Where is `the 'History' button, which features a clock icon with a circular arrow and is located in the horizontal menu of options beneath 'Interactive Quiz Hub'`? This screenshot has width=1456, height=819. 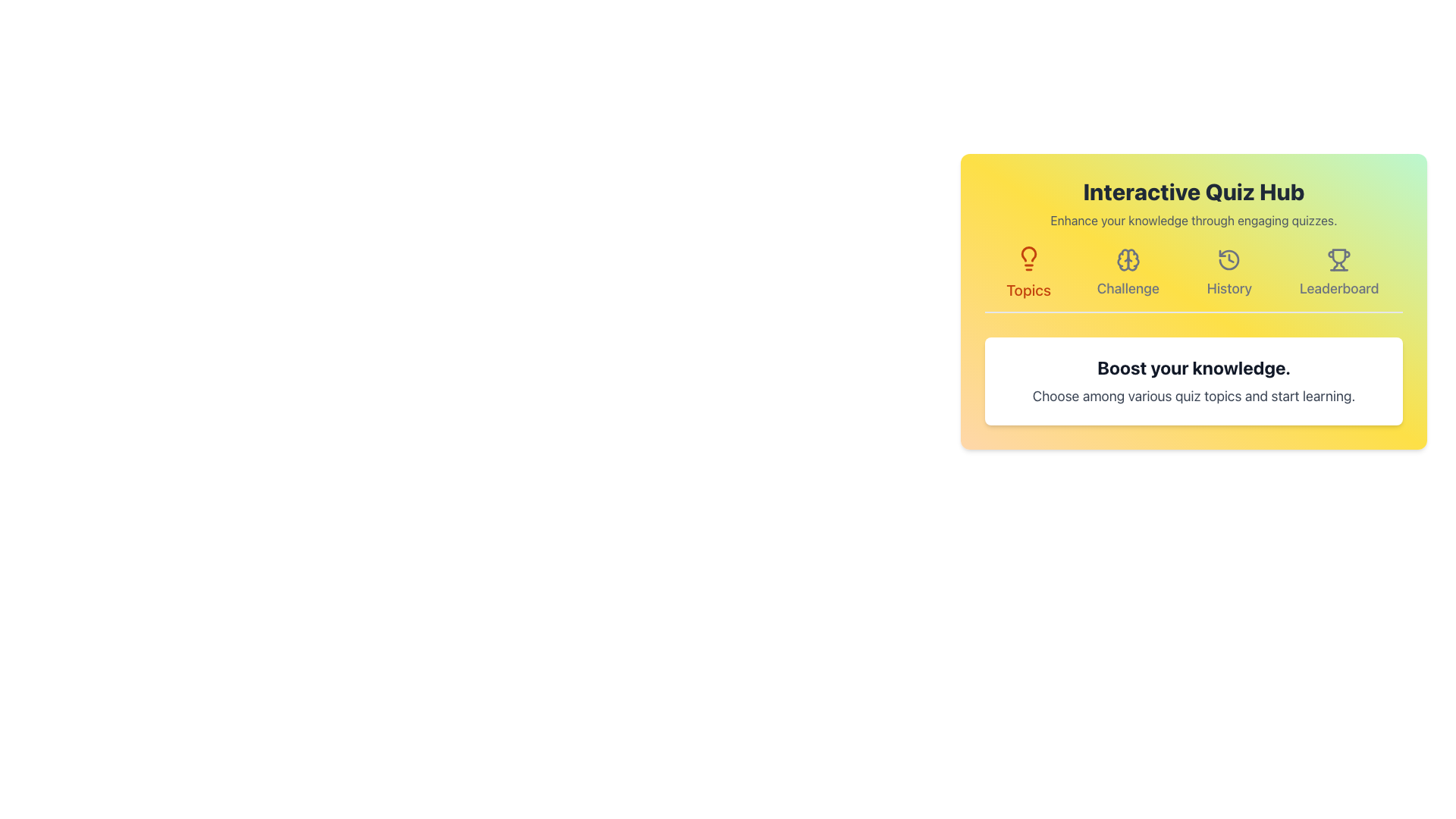
the 'History' button, which features a clock icon with a circular arrow and is located in the horizontal menu of options beneath 'Interactive Quiz Hub' is located at coordinates (1229, 274).